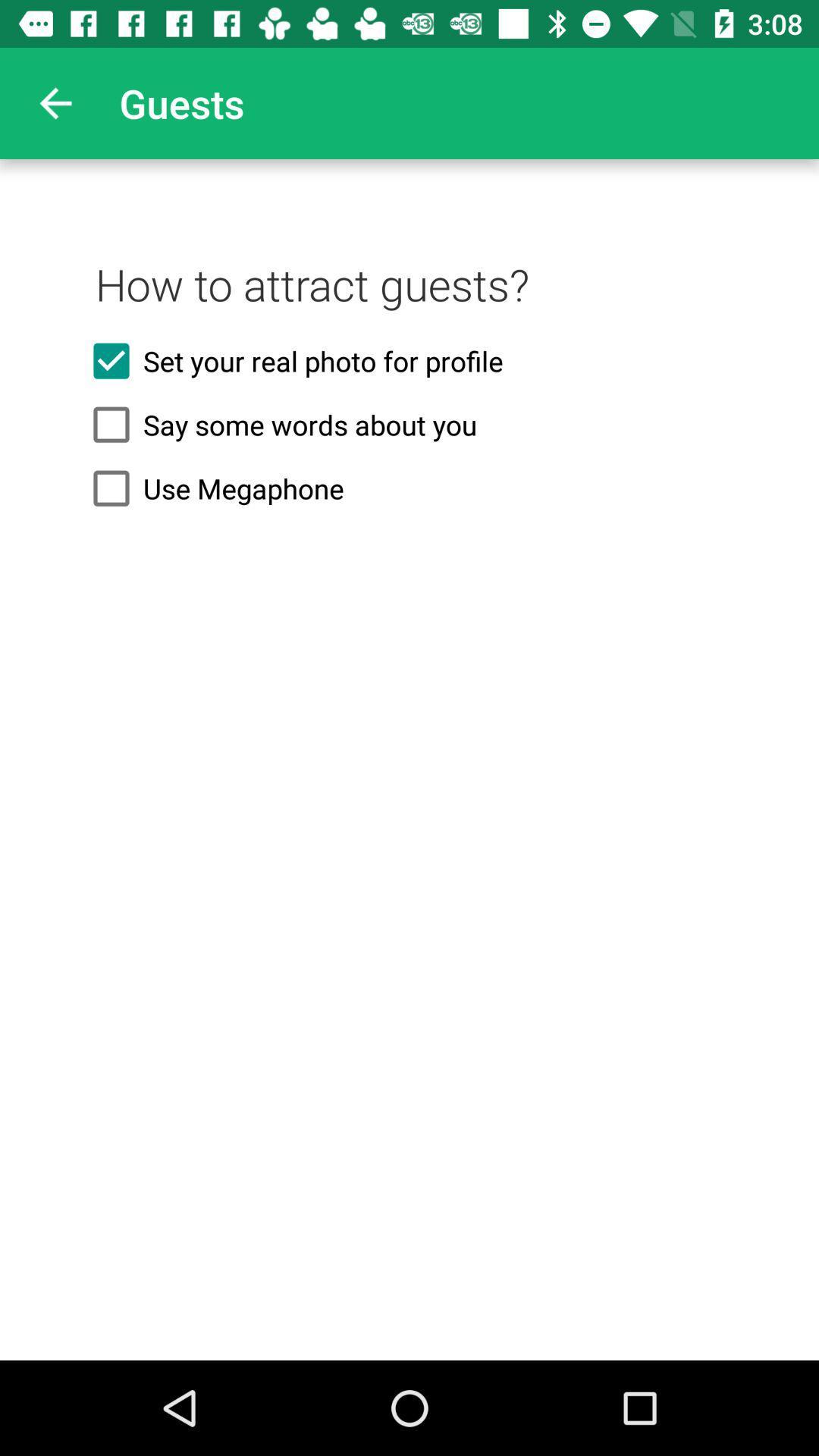 The image size is (819, 1456). Describe the element at coordinates (409, 360) in the screenshot. I see `icon above say some words` at that location.